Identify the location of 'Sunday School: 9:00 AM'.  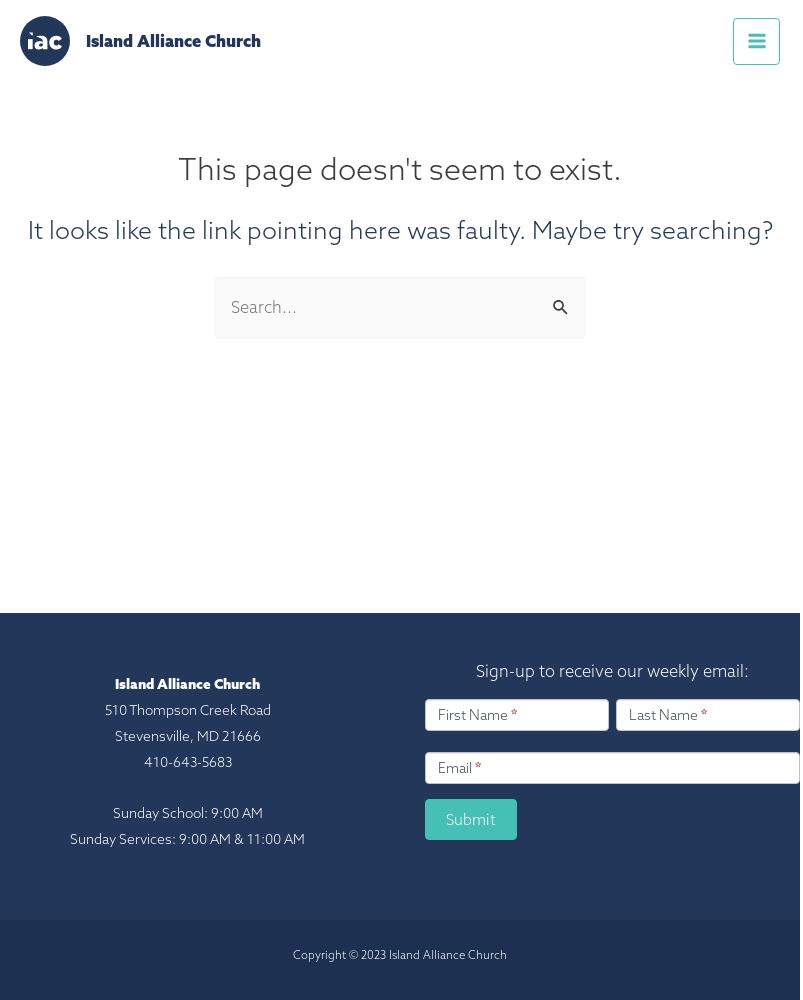
(187, 812).